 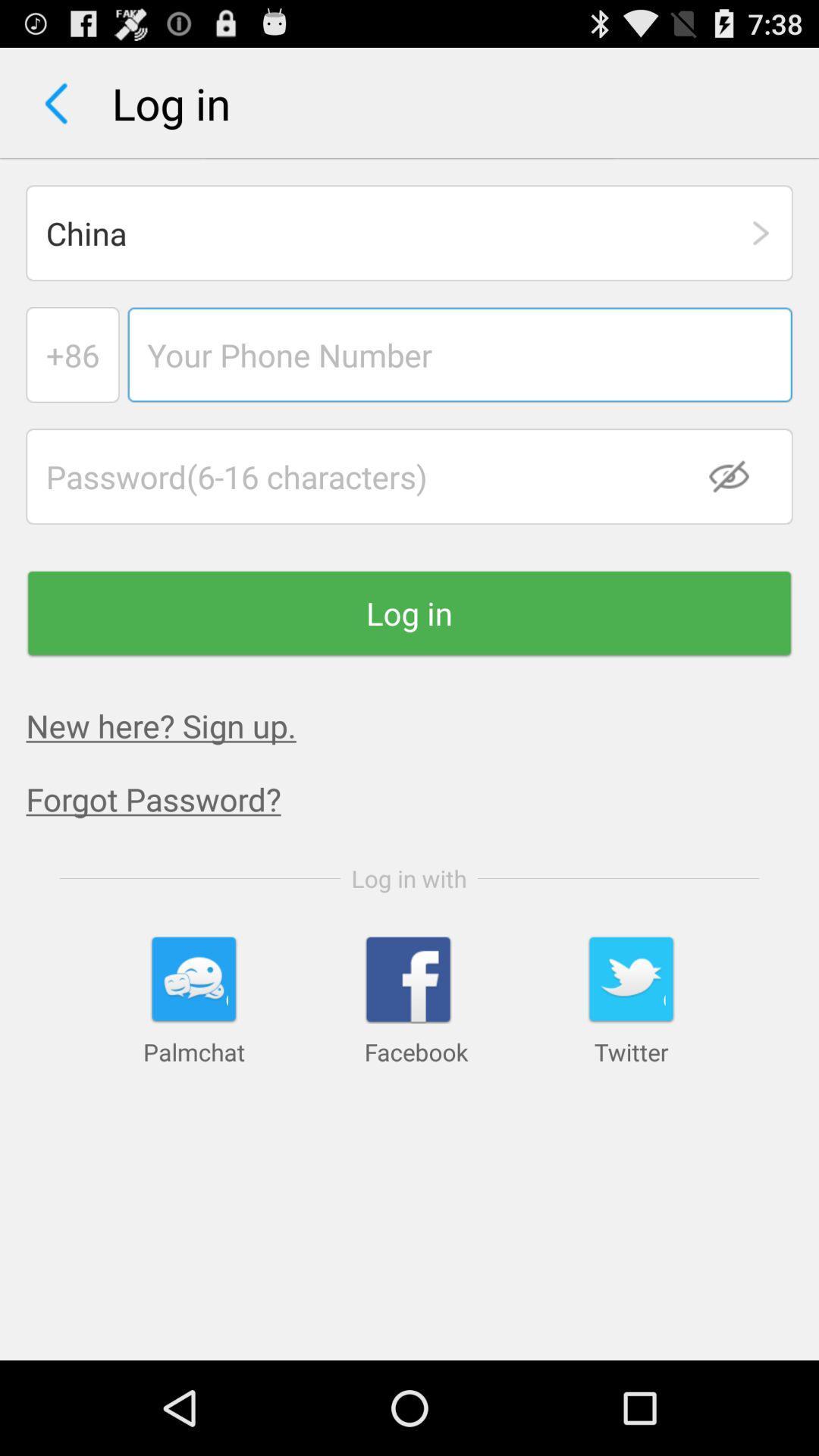 What do you see at coordinates (422, 798) in the screenshot?
I see `the app above the log in with icon` at bounding box center [422, 798].